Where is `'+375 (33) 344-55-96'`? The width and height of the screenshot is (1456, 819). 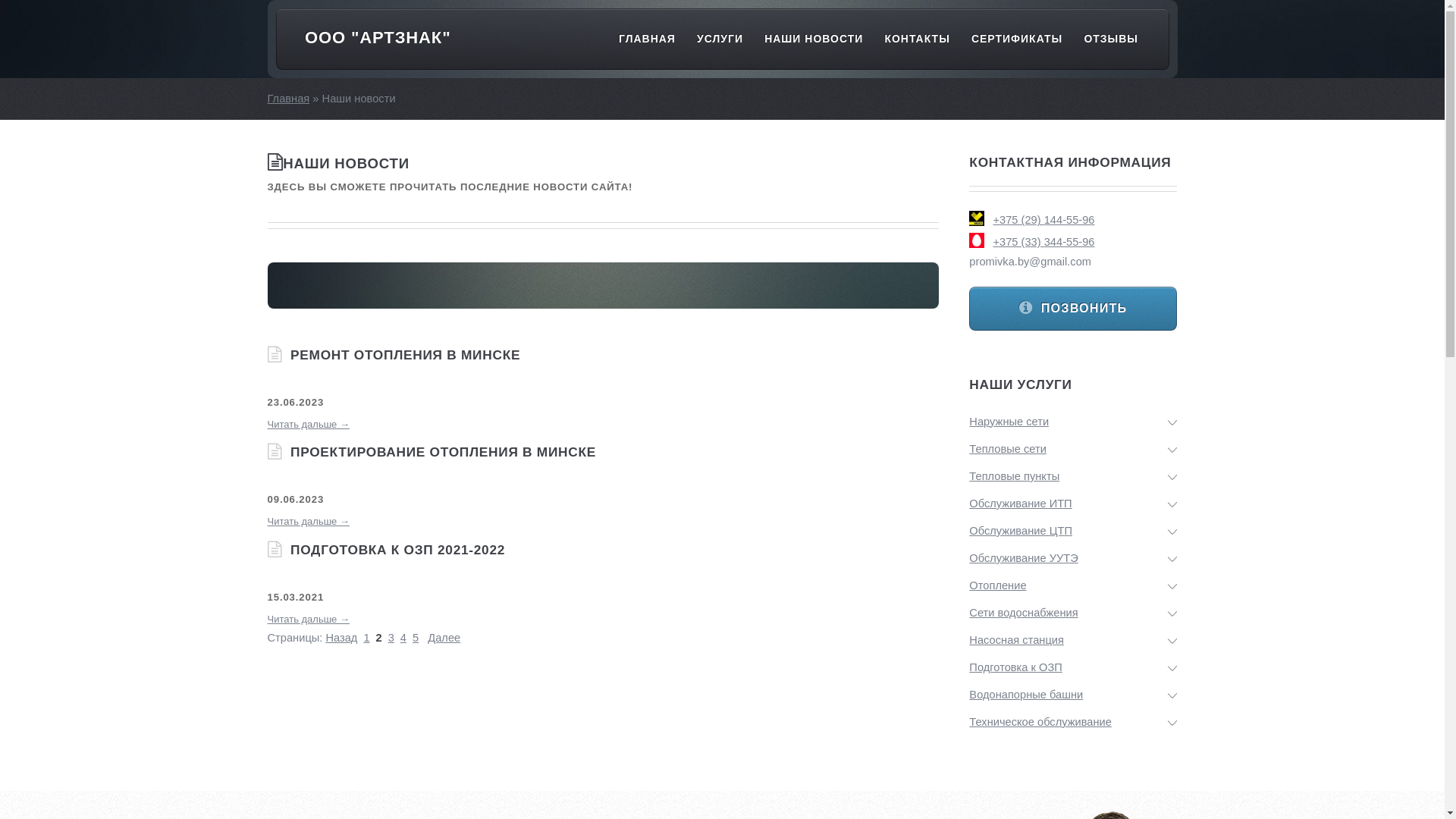
'+375 (33) 344-55-96' is located at coordinates (1043, 241).